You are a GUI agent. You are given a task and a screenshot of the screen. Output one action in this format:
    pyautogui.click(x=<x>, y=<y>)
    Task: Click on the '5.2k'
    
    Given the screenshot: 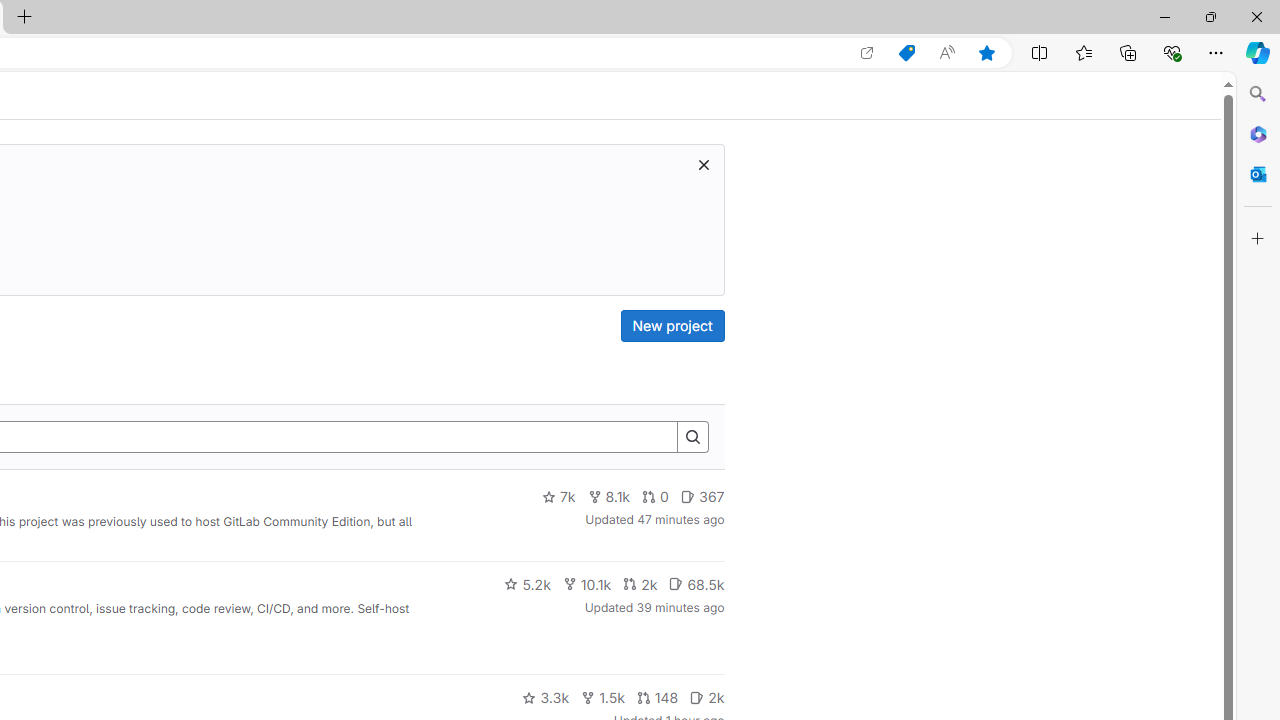 What is the action you would take?
    pyautogui.click(x=527, y=583)
    